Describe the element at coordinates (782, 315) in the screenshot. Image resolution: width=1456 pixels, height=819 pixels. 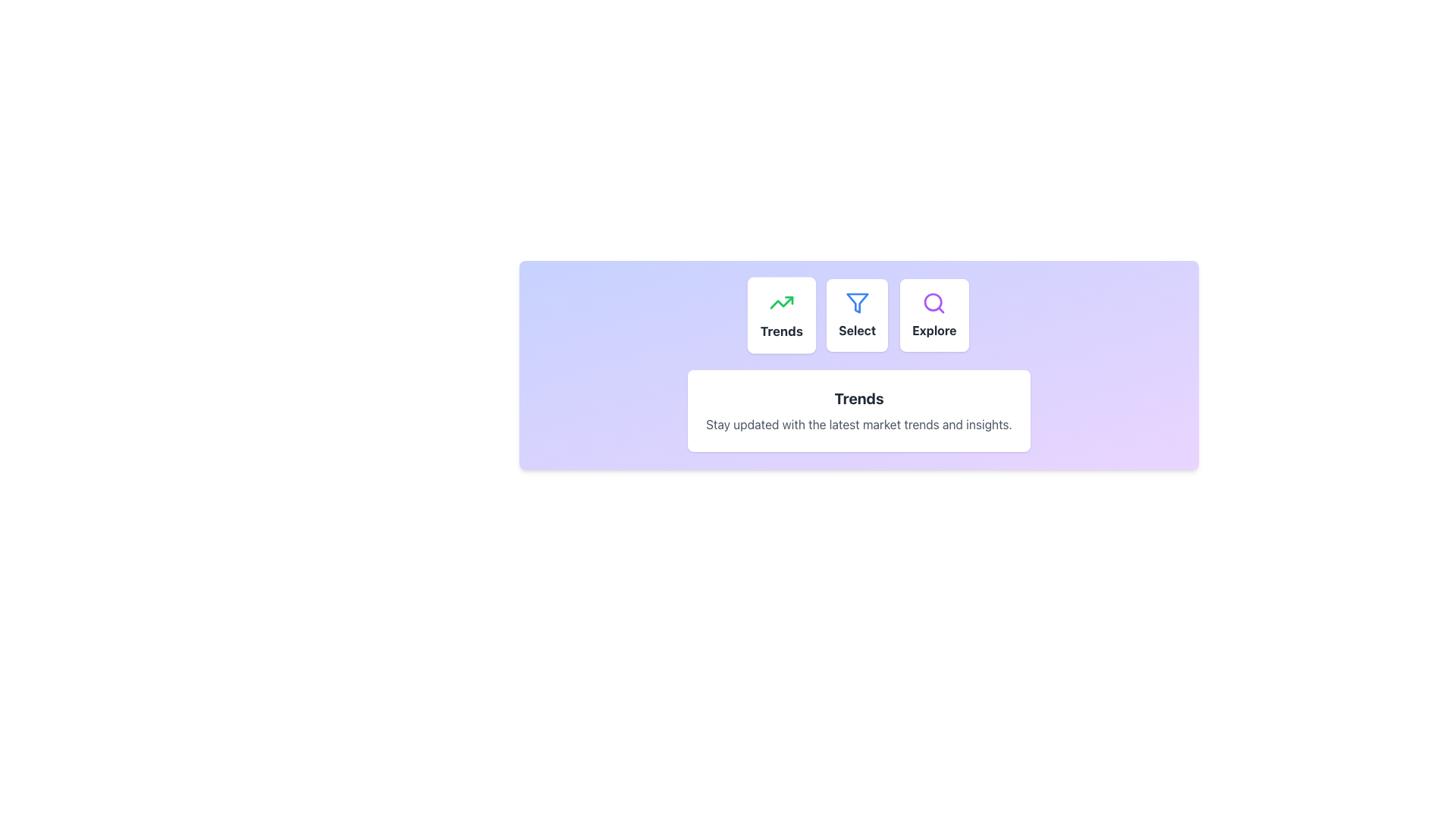
I see `the first button in a group of three that provides access to market trends information` at that location.